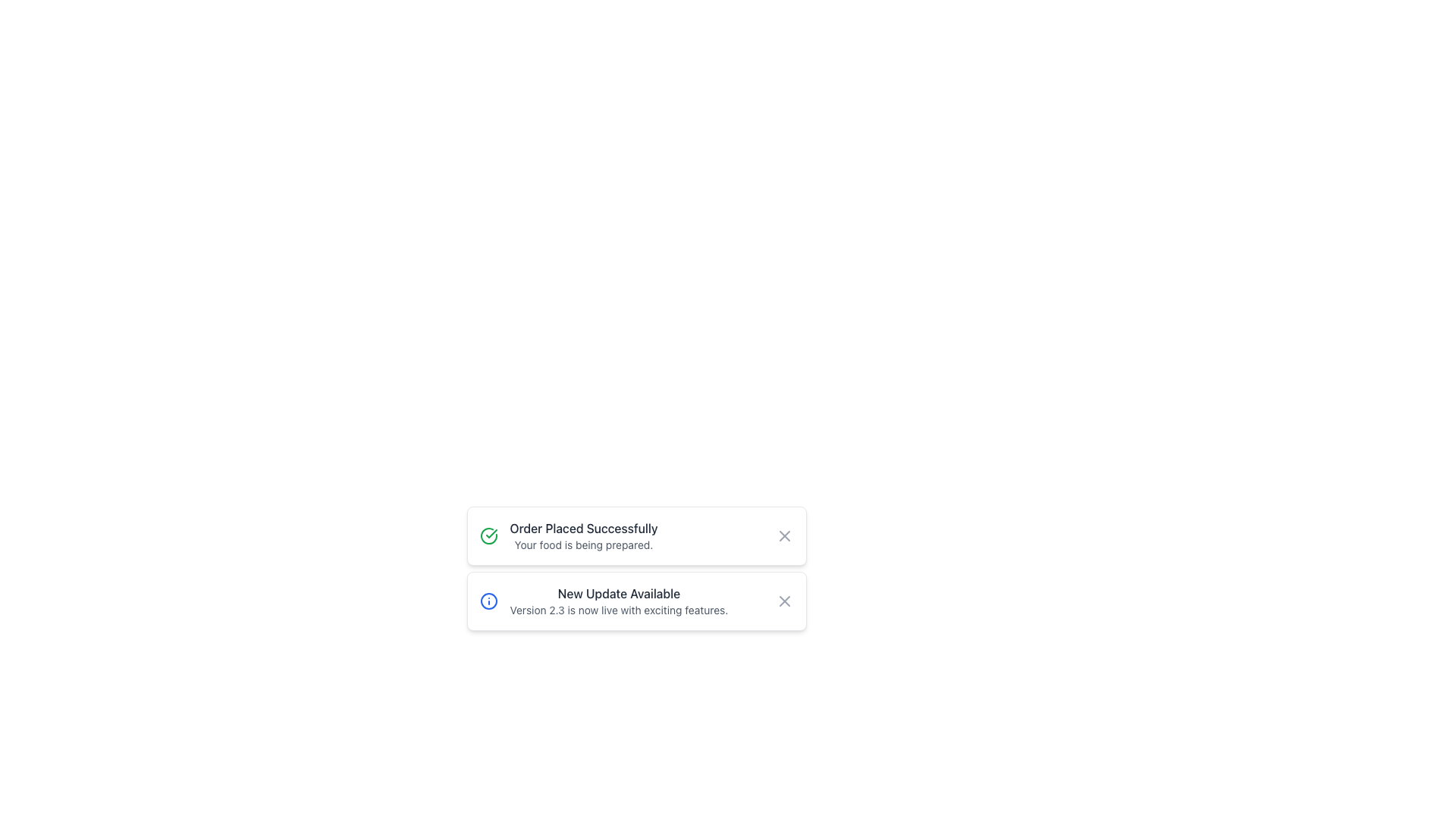  I want to click on the Close button located in the notification area displaying 'Order Placed Successfully', so click(784, 535).